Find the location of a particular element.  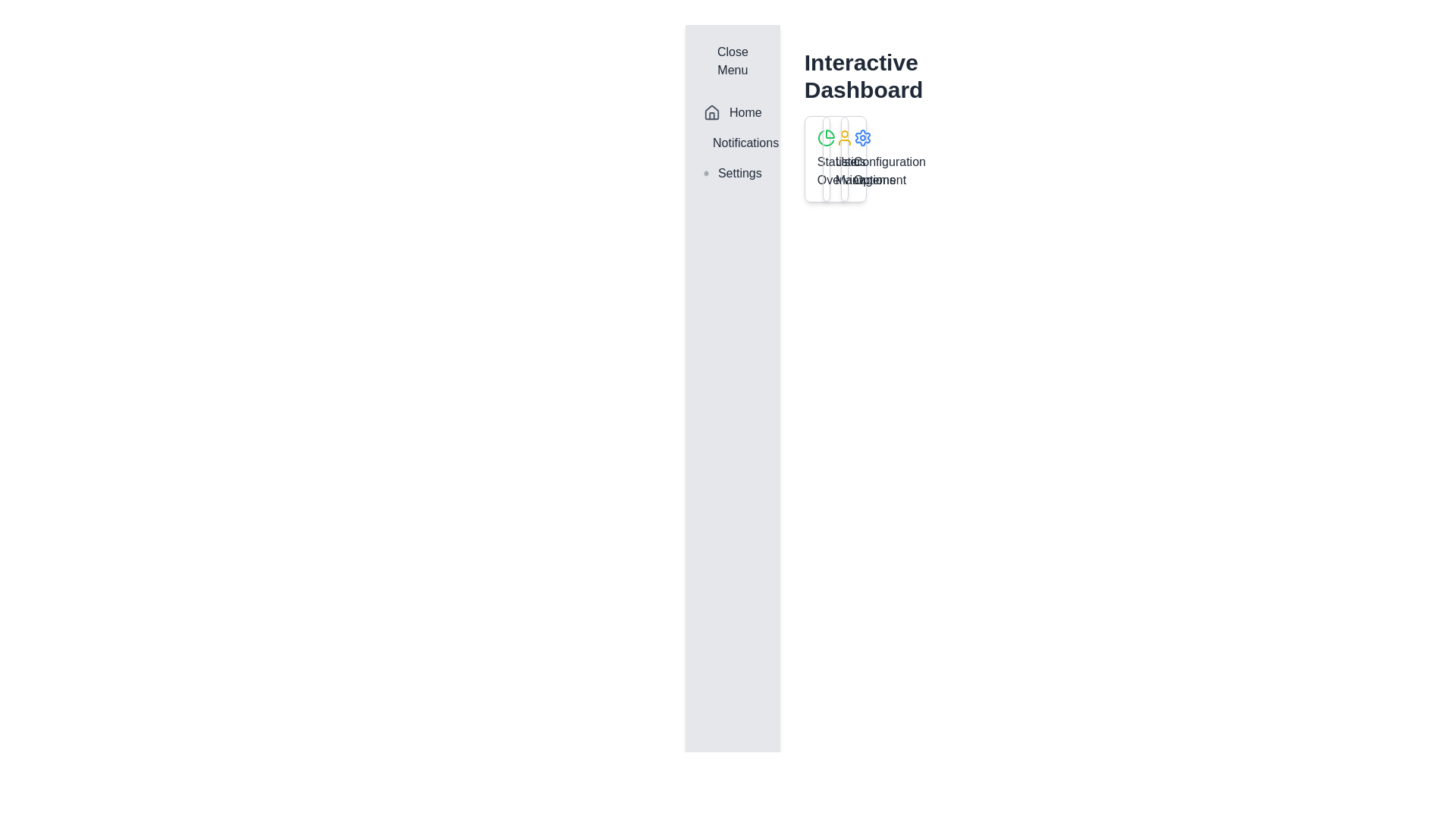

the button located at the top of the vertical navigation panel is located at coordinates (733, 61).